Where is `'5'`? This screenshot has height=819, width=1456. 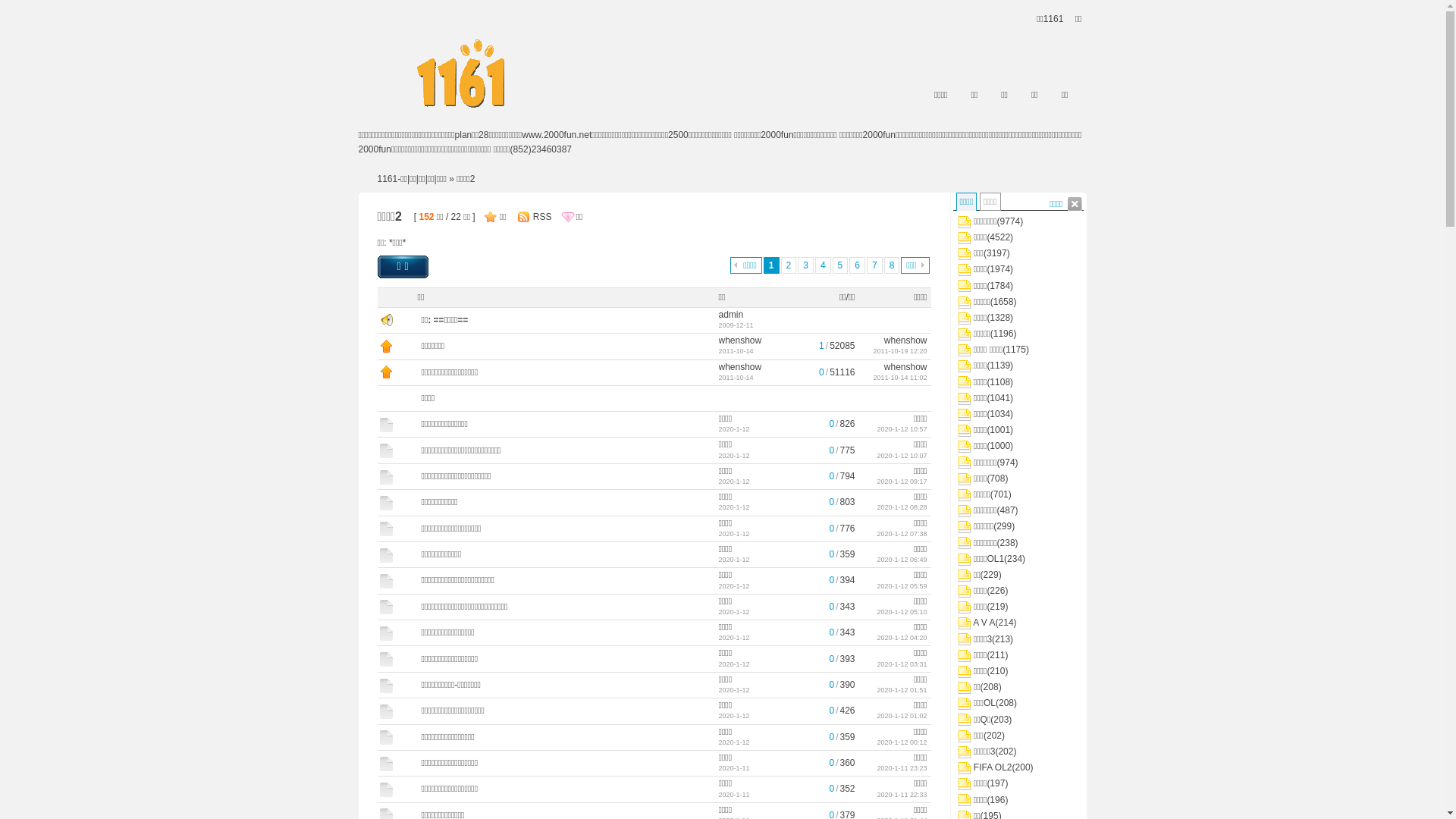 '5' is located at coordinates (839, 265).